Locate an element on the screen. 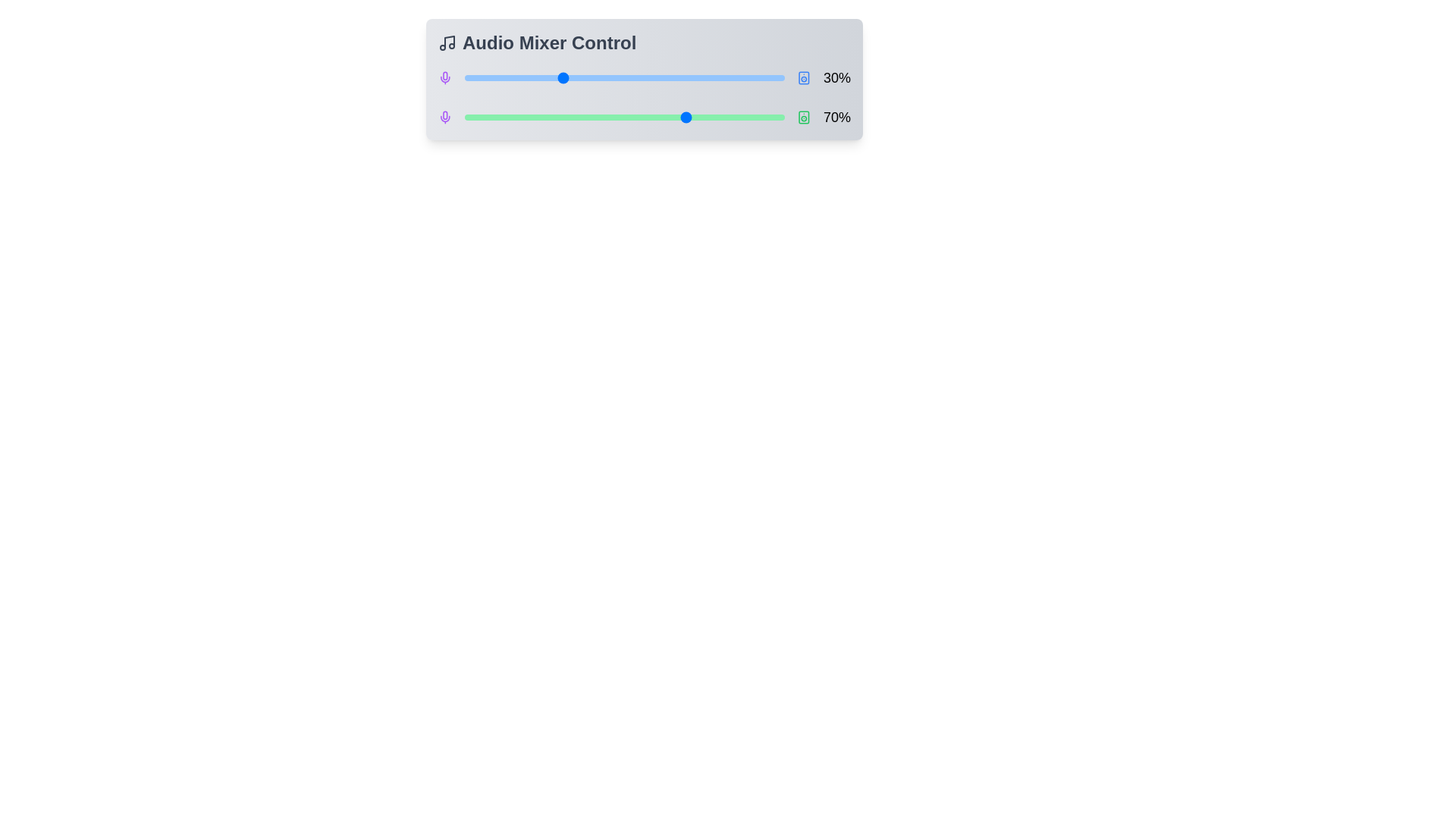 This screenshot has width=1456, height=819. the text label displaying '70%' which is positioned at the bottom-right of the audio control interface, next to the green audio slider is located at coordinates (836, 116).